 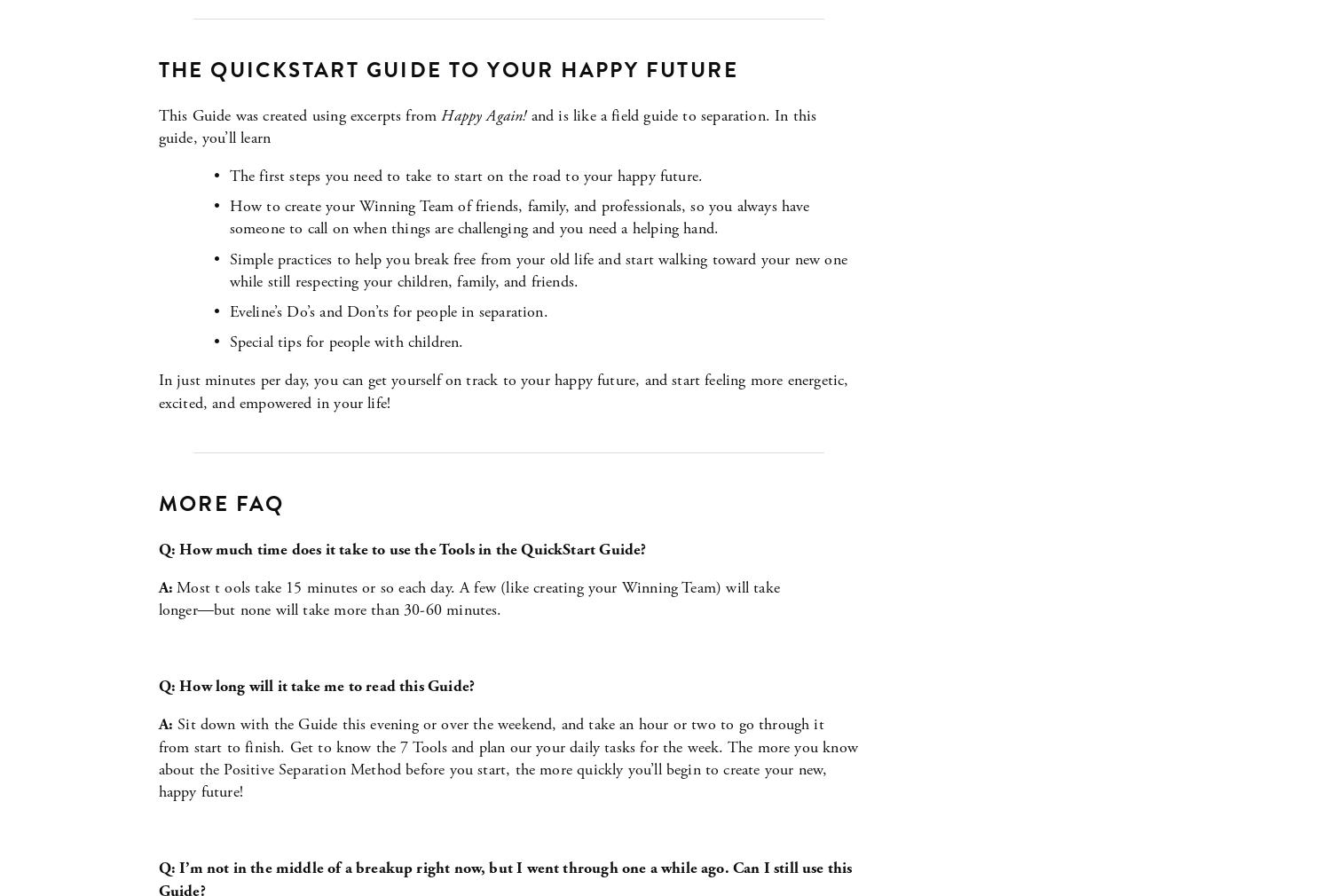 What do you see at coordinates (158, 596) in the screenshot?
I see `'Most t ools take 15 minutes or so each day. A few (like creating your Winning Team) will take longer―but none will take more than 30-60 minutes.'` at bounding box center [158, 596].